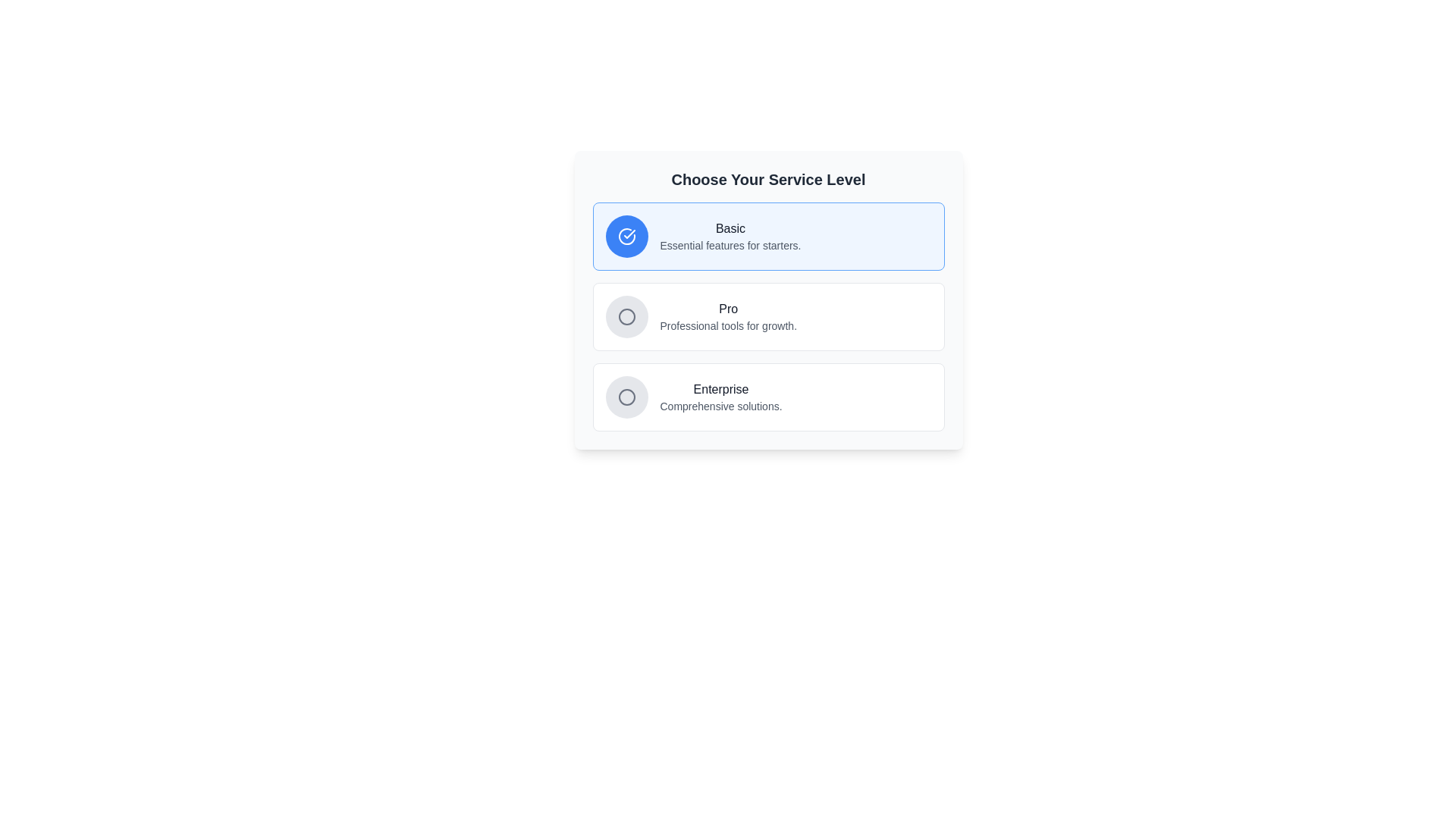  Describe the element at coordinates (768, 315) in the screenshot. I see `the 'Pro' selectable card option which is the second choice in the vertical list, featuring a circular icon and bold text saying 'Pro'` at that location.